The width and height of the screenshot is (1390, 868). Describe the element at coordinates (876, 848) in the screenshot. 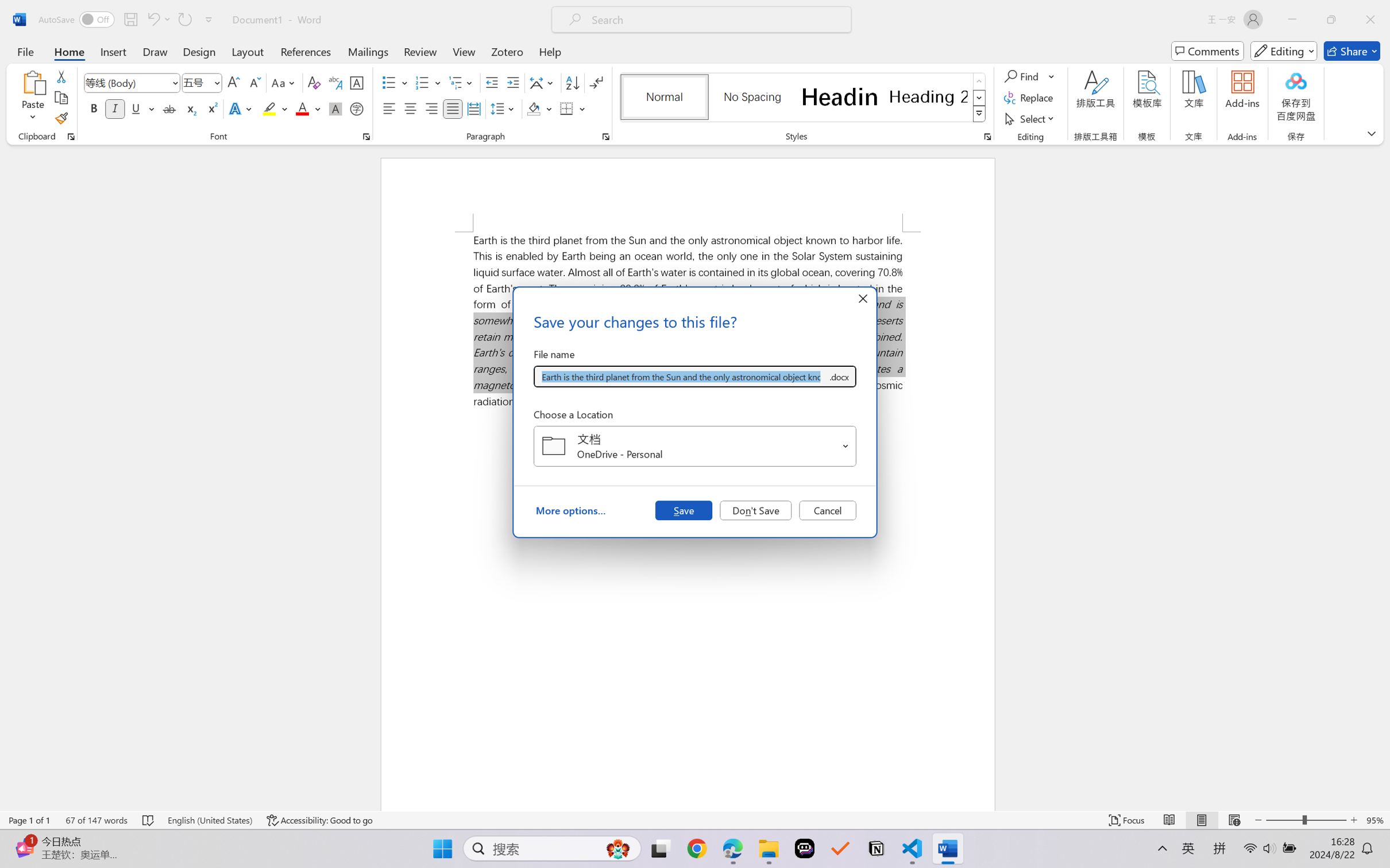

I see `'Notion'` at that location.